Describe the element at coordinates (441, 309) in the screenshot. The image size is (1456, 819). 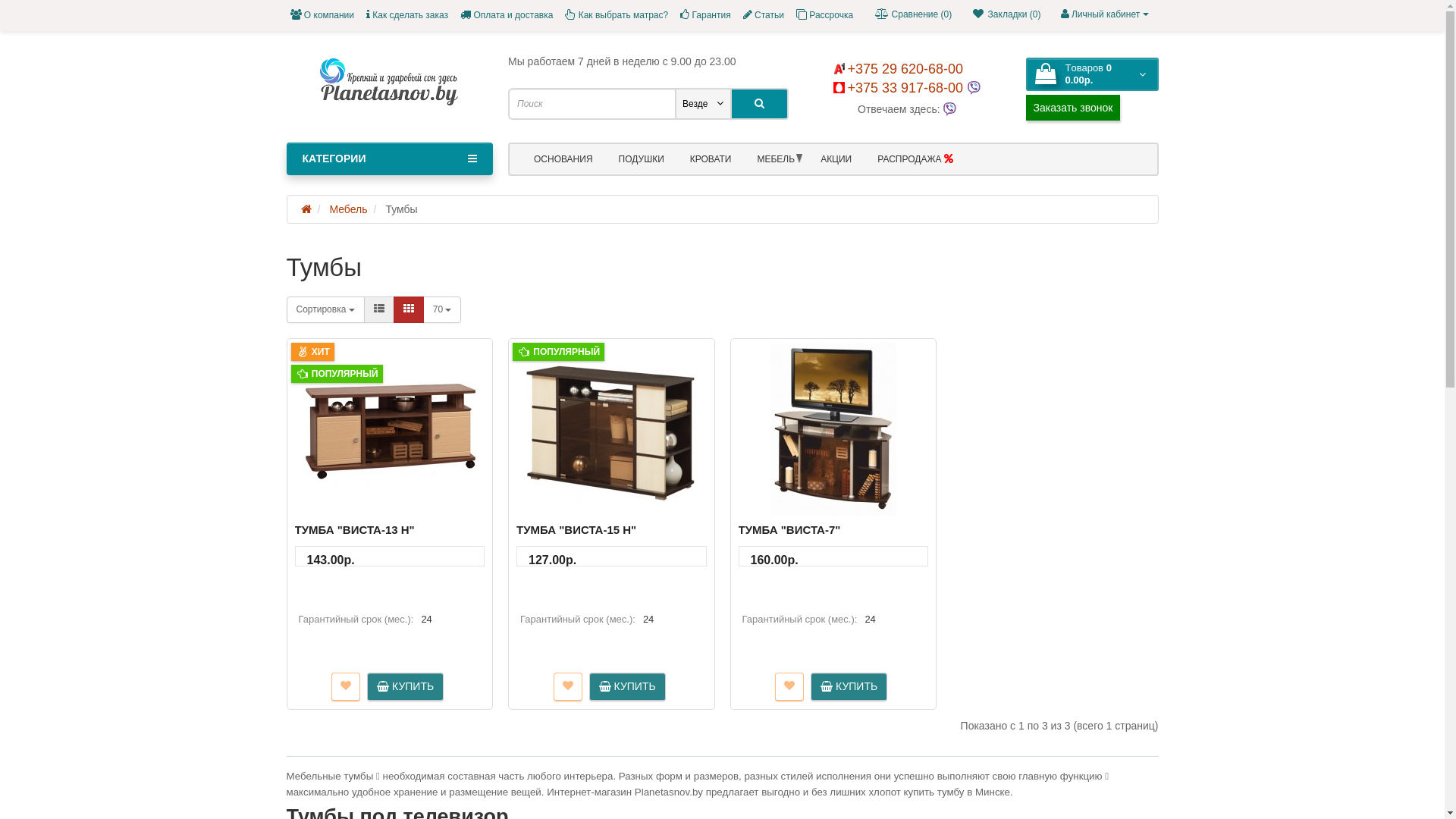
I see `'70'` at that location.